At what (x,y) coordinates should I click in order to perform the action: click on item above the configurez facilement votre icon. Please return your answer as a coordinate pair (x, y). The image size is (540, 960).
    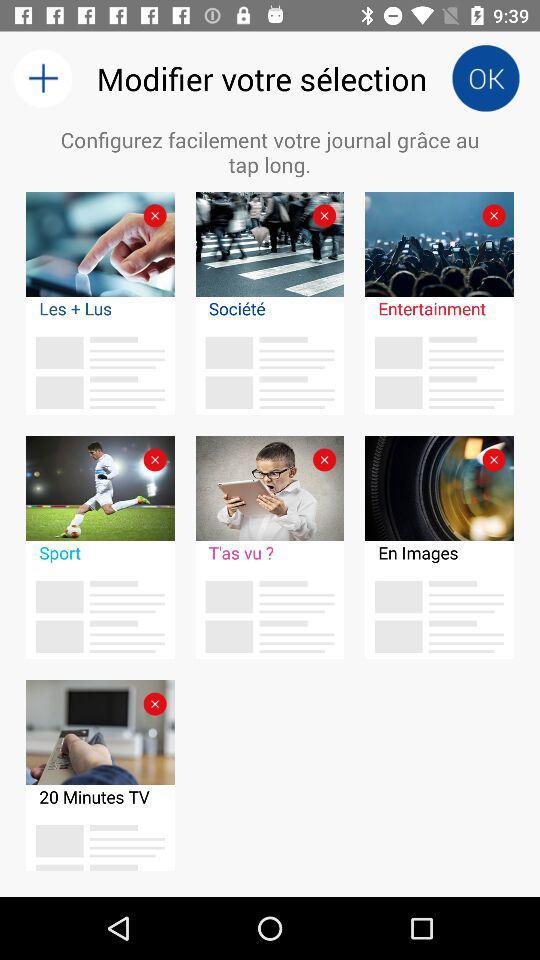
    Looking at the image, I should click on (485, 78).